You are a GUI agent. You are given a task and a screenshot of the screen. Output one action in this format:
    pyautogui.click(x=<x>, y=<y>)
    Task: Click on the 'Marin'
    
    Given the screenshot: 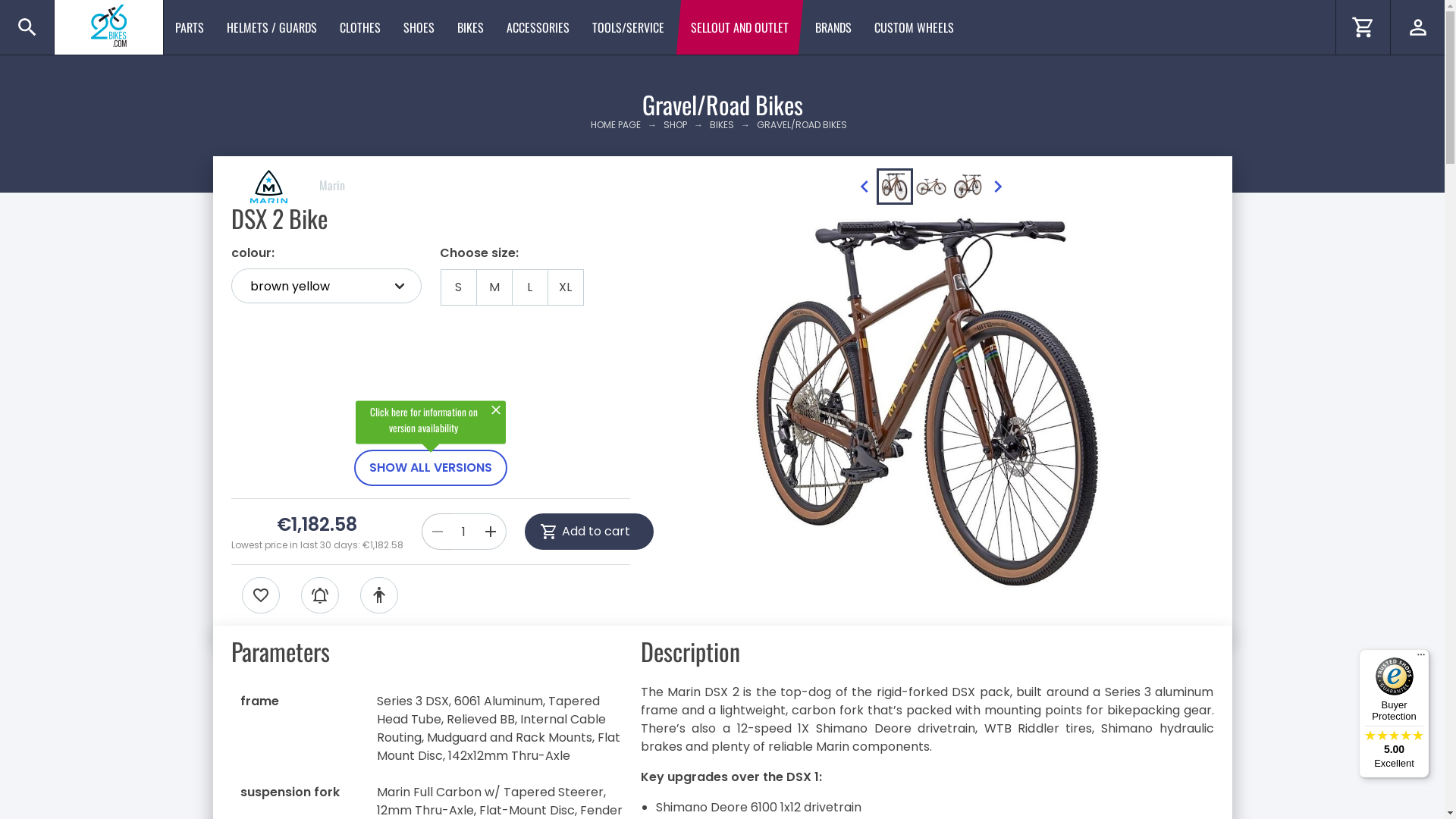 What is the action you would take?
    pyautogui.click(x=287, y=184)
    